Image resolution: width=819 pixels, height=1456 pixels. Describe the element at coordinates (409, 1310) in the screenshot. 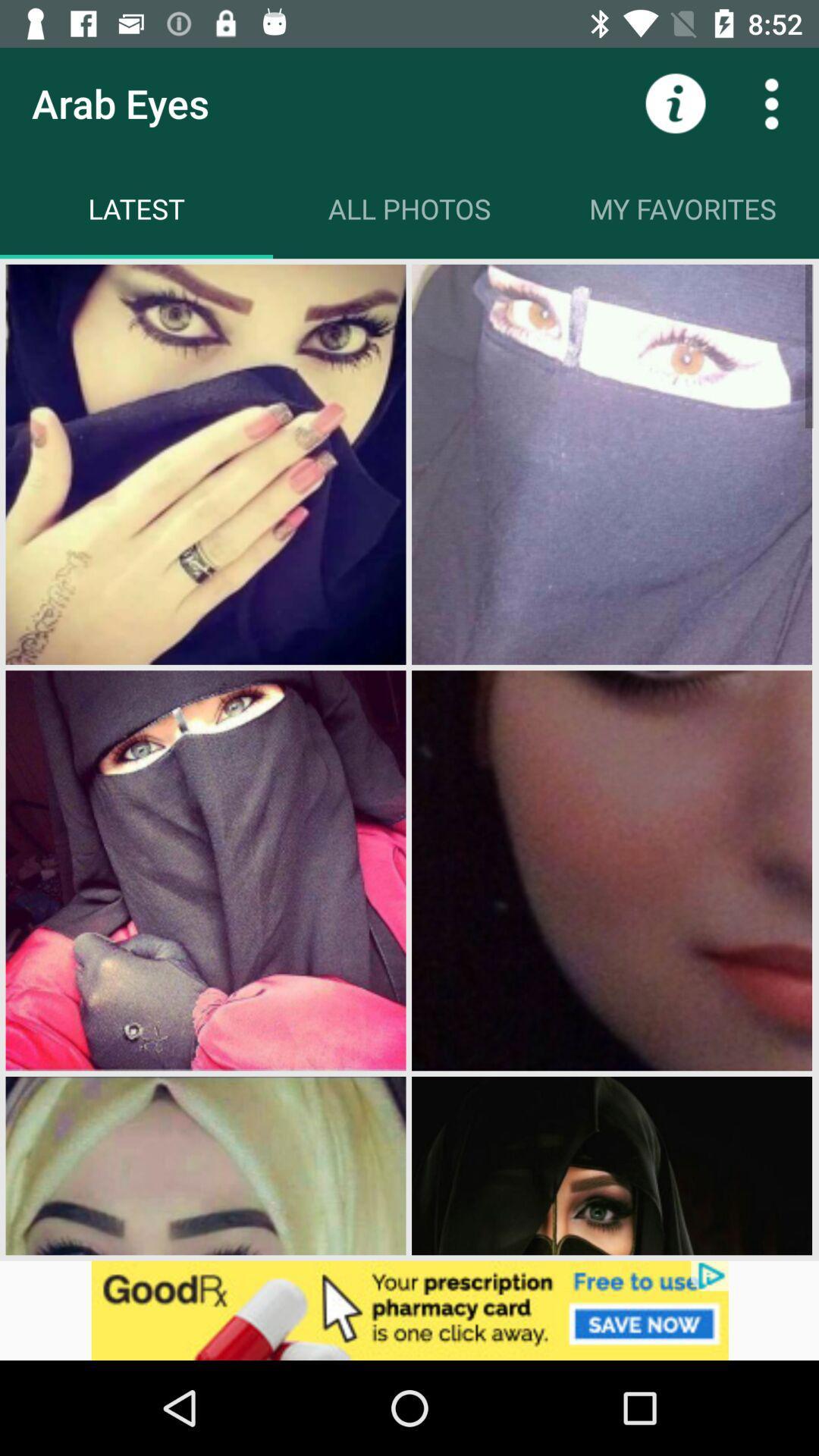

I see `open the advertisements` at that location.